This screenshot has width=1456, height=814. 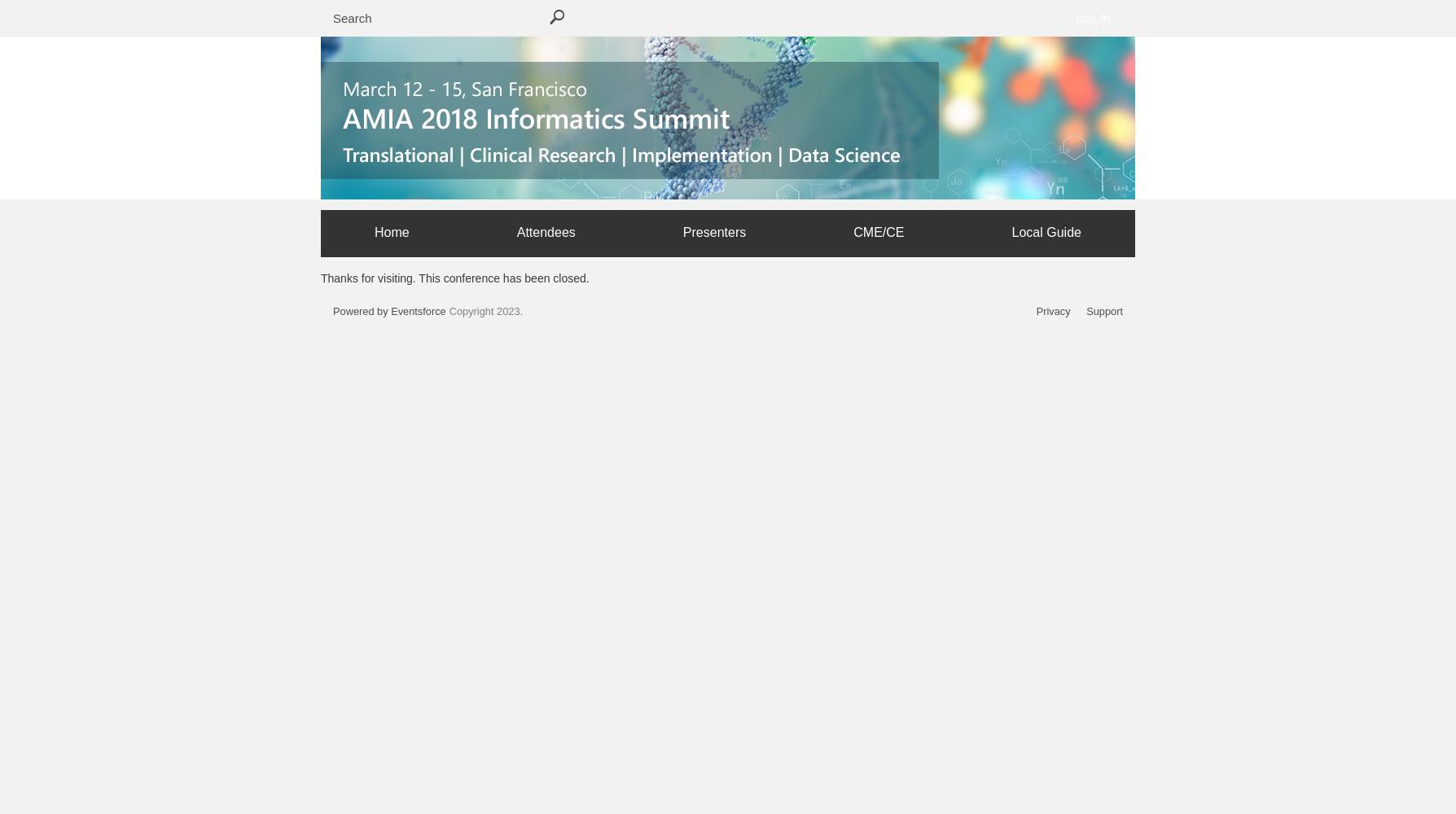 What do you see at coordinates (556, 19) in the screenshot?
I see `'Search'` at bounding box center [556, 19].